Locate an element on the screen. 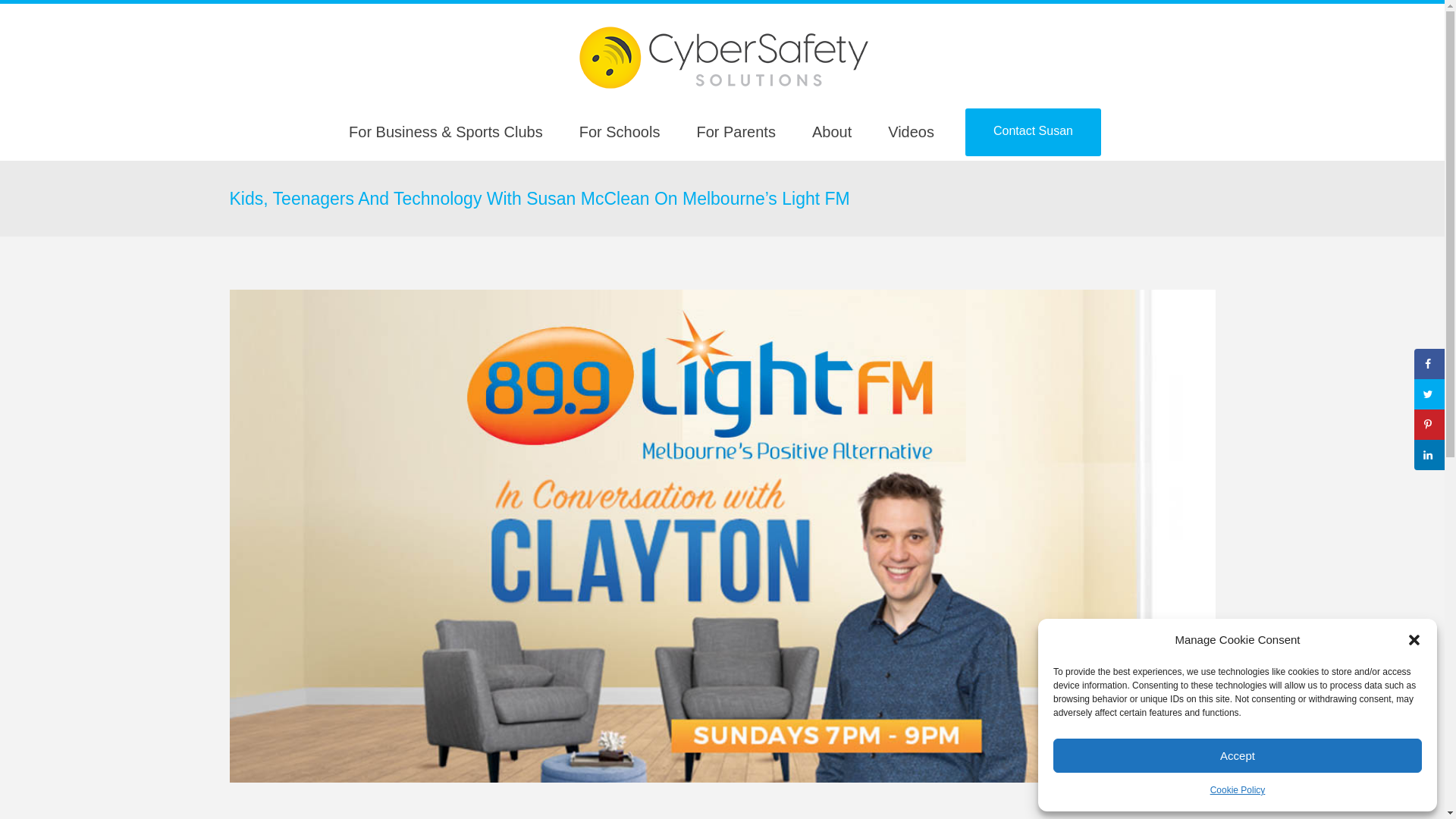 The image size is (1456, 819). 'Share on Twitter' is located at coordinates (1414, 394).